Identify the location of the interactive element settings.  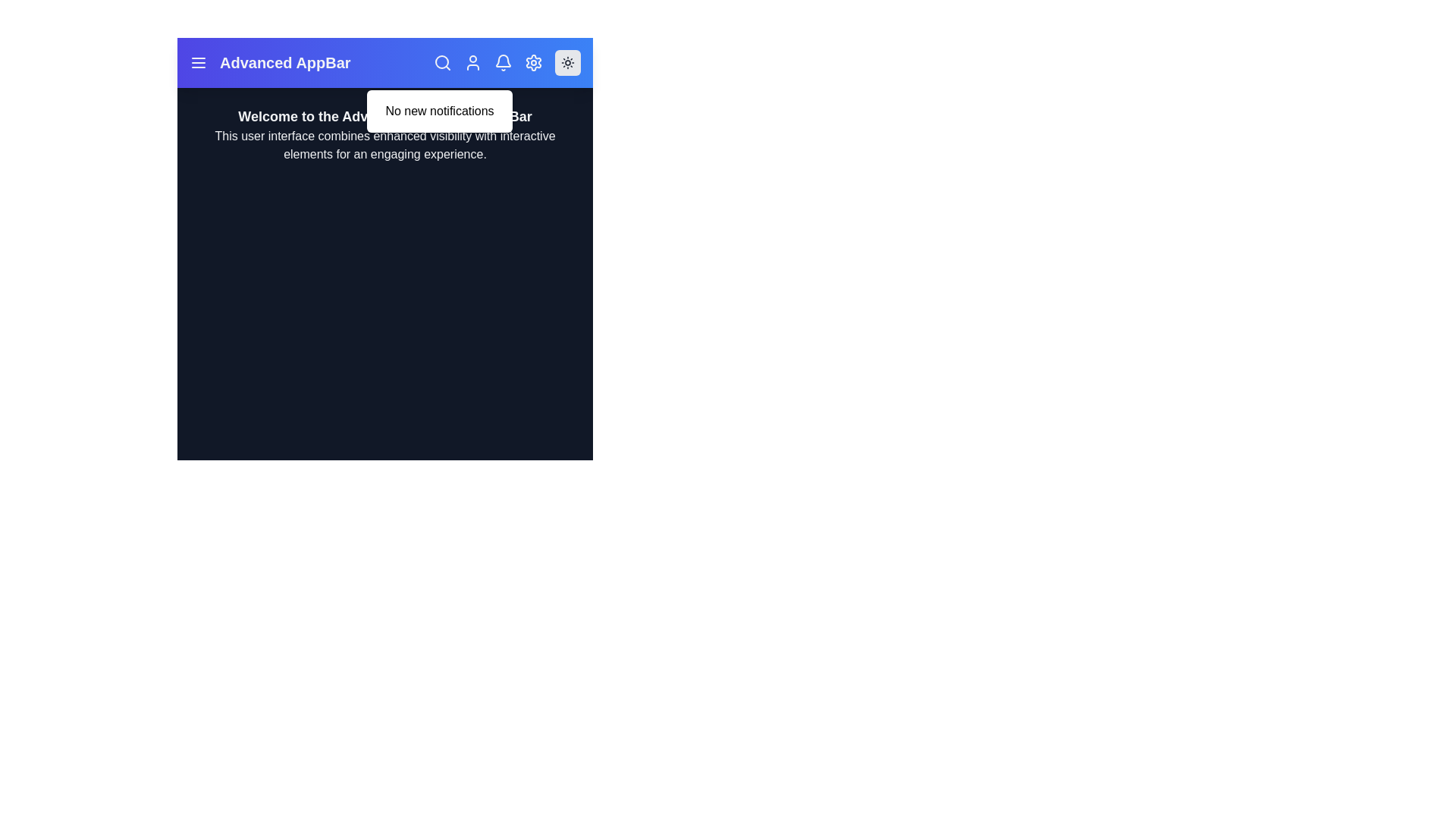
(534, 62).